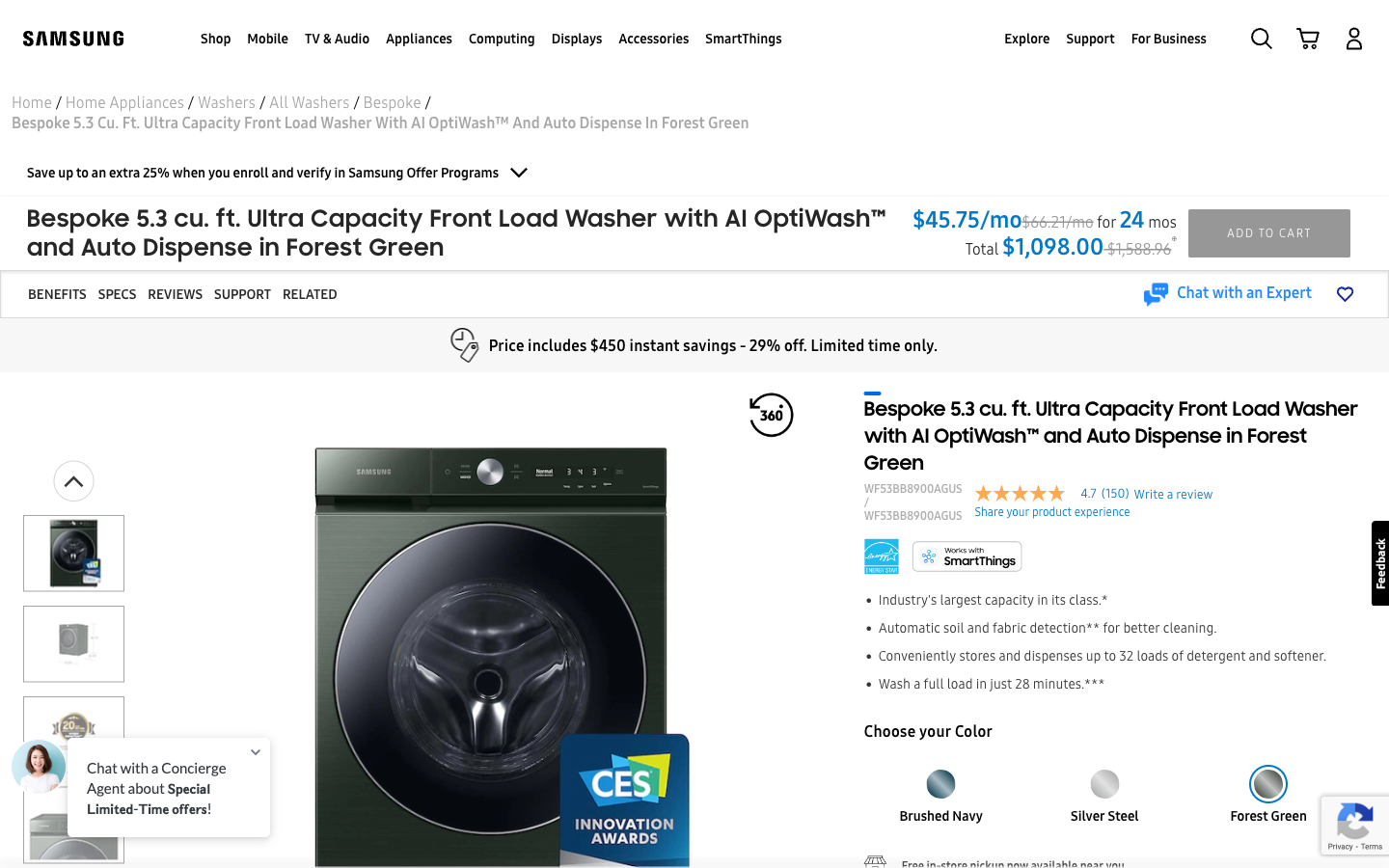  What do you see at coordinates (73, 479) in the screenshot?
I see `the top of image gallery and zoom in on the initial picture` at bounding box center [73, 479].